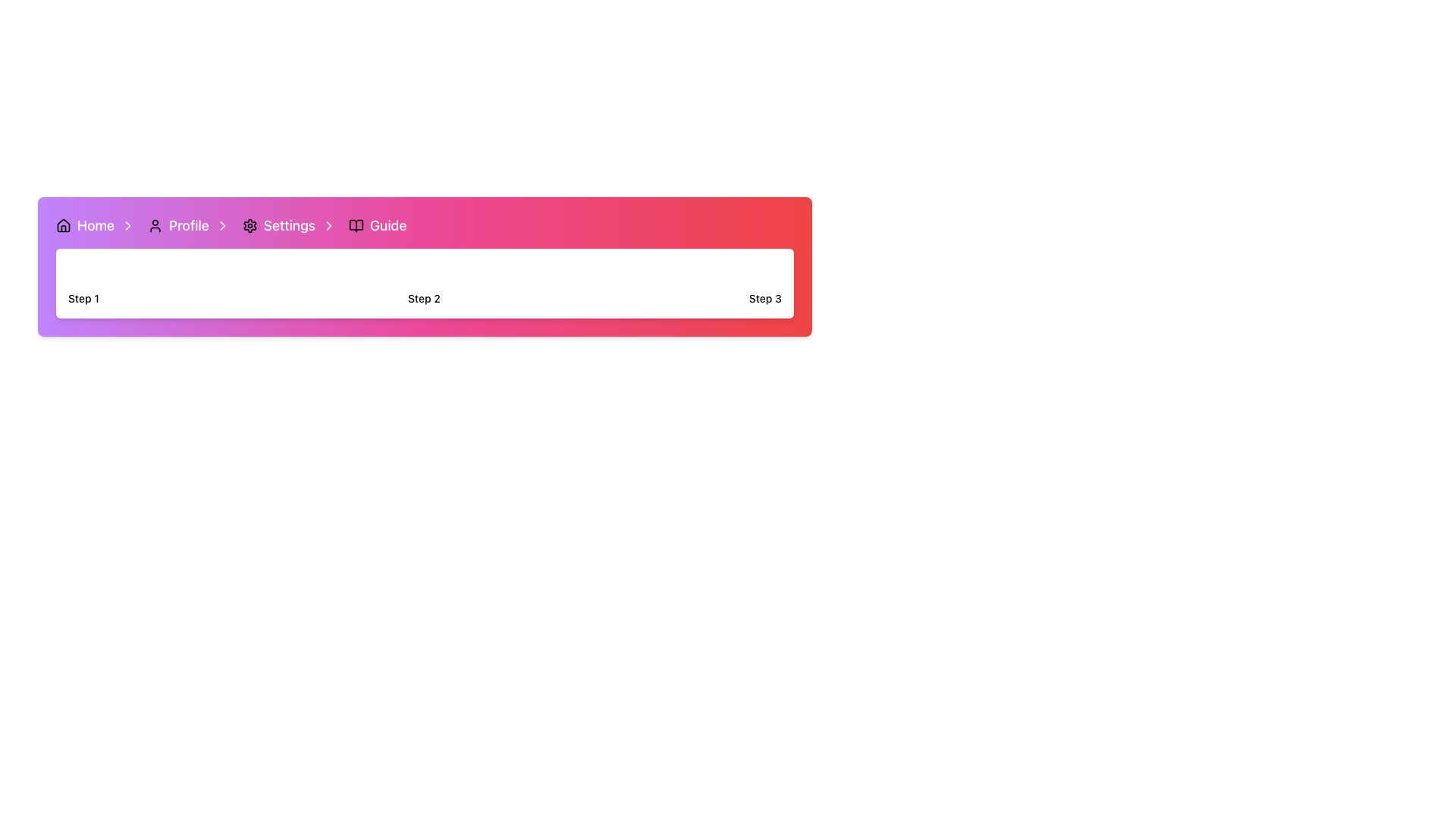 The image size is (1456, 819). What do you see at coordinates (188, 225) in the screenshot?
I see `the second navigation item that allows access to the Profile section for accessibility navigation` at bounding box center [188, 225].